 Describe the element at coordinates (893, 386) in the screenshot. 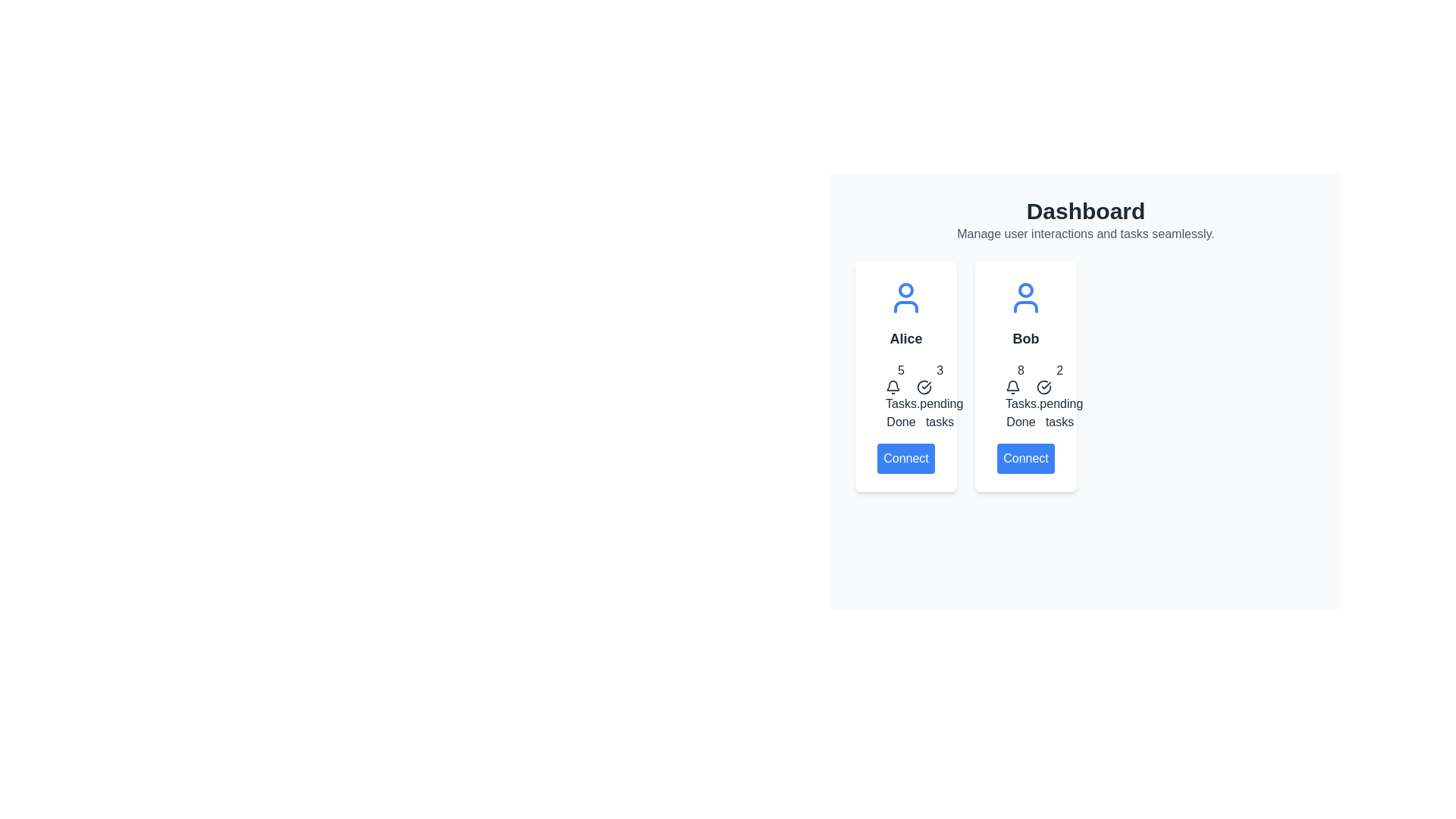

I see `the notification bell icon located to the right of the number '5' and above the text 'Tasks Done' in the left card for interaction, if it is active` at that location.